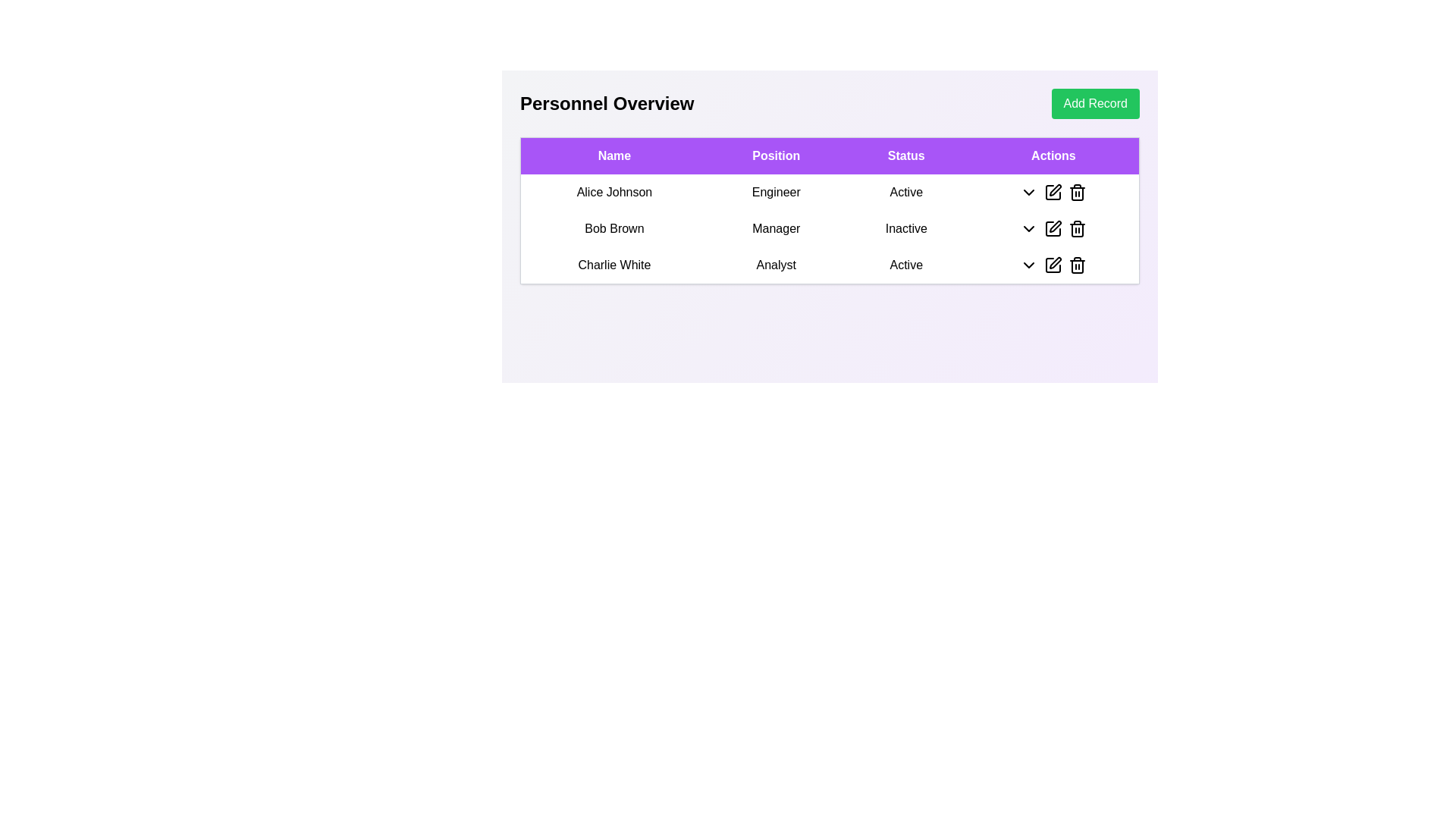 This screenshot has width=1456, height=819. I want to click on the second row in the 'Personnel Overview' table containing the user information for 'Bob Brown', 'Manager', and 'Inactive', so click(829, 228).